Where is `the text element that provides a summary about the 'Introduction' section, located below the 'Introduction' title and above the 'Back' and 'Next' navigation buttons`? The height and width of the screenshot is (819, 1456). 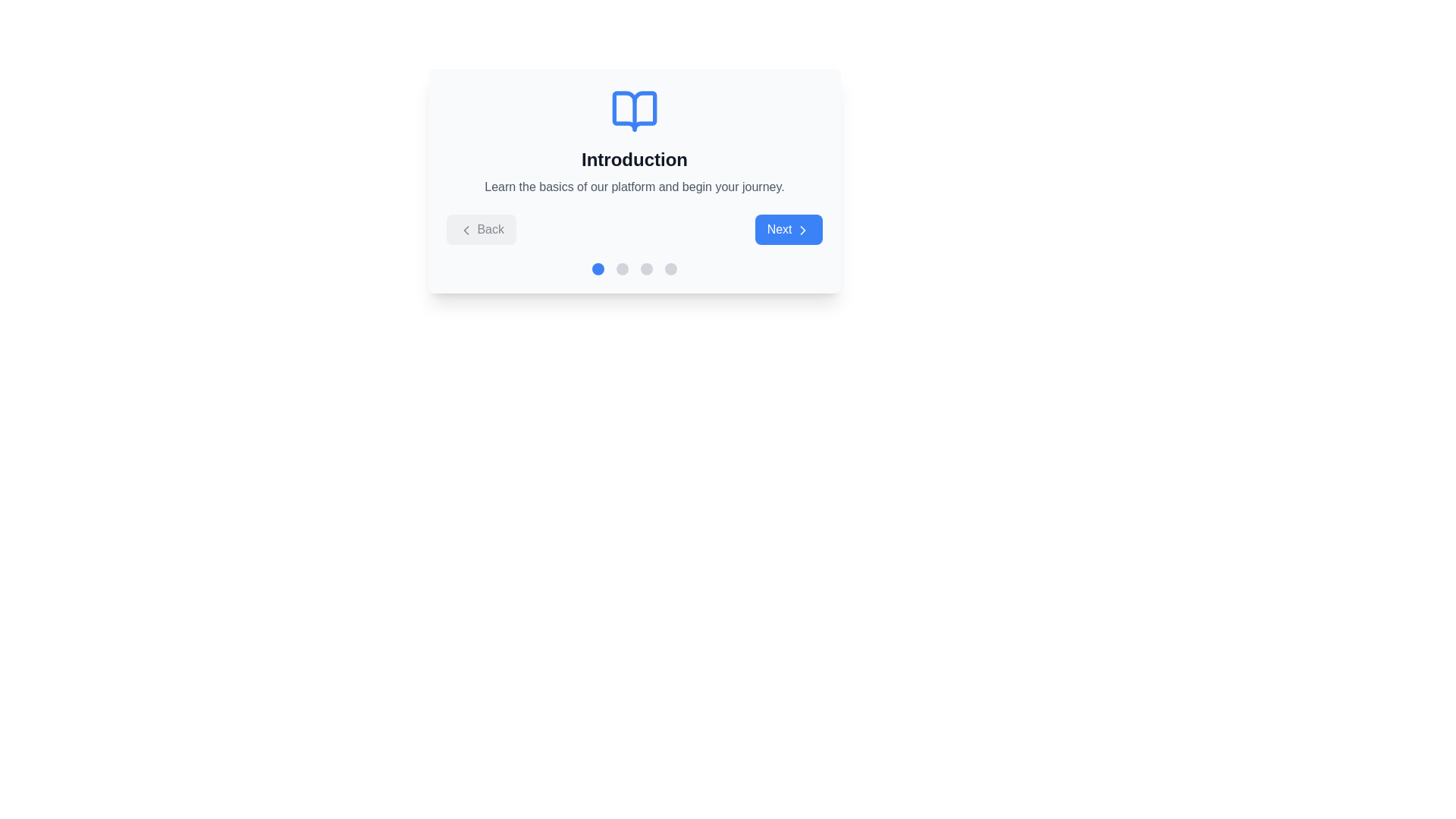 the text element that provides a summary about the 'Introduction' section, located below the 'Introduction' title and above the 'Back' and 'Next' navigation buttons is located at coordinates (634, 186).